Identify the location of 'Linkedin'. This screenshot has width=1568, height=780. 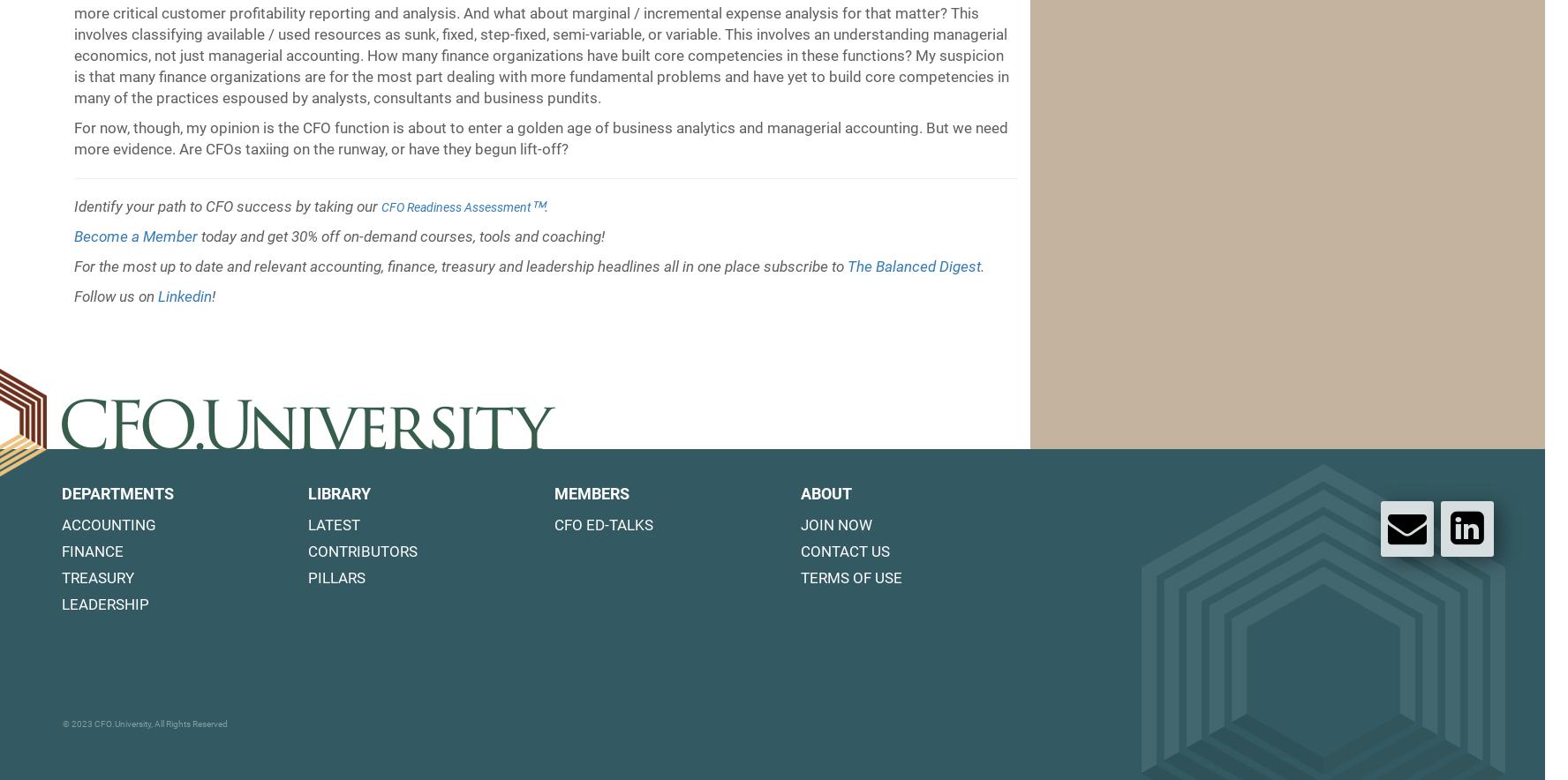
(184, 295).